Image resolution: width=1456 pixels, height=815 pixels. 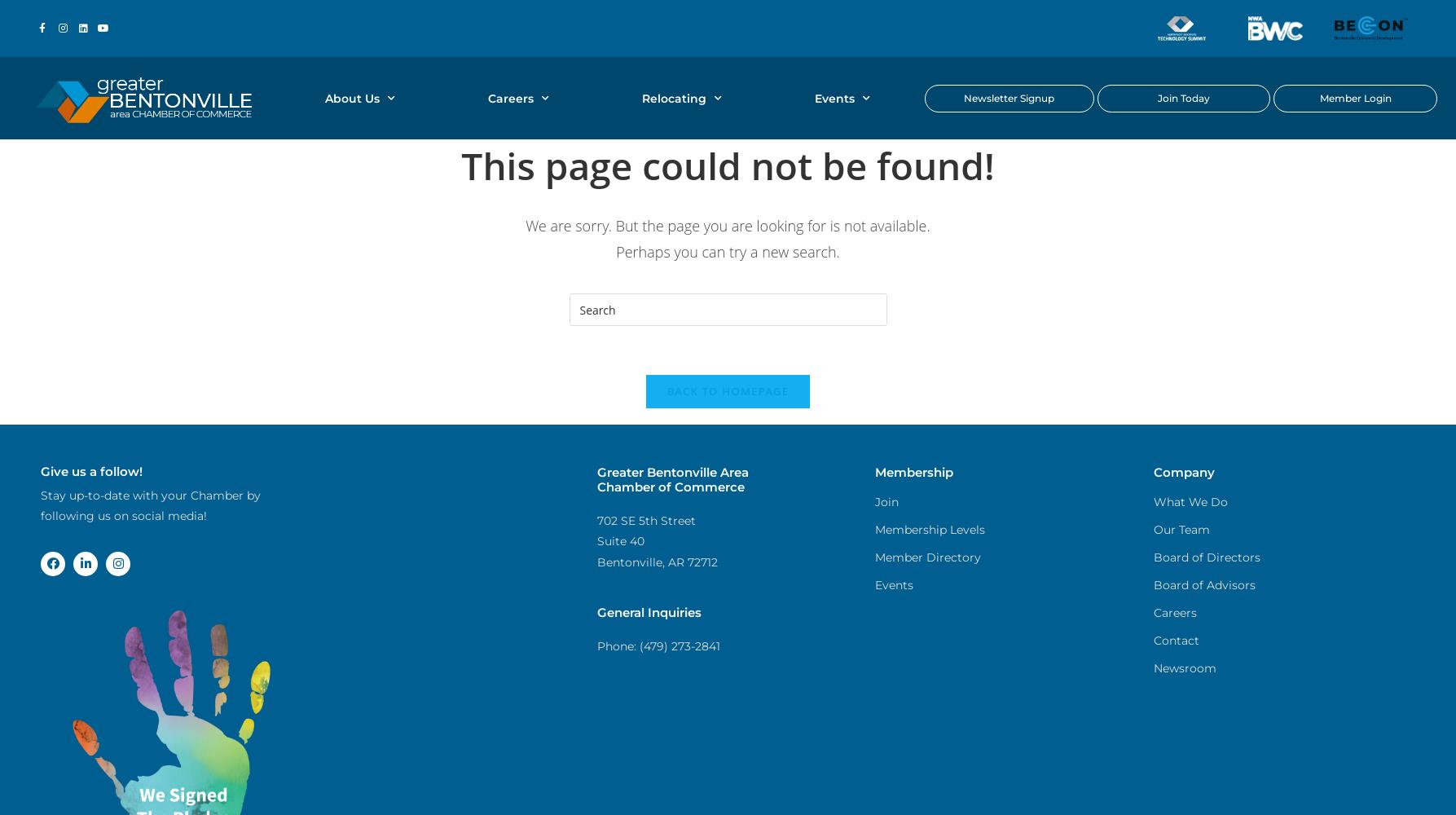 What do you see at coordinates (352, 97) in the screenshot?
I see `'About Us'` at bounding box center [352, 97].